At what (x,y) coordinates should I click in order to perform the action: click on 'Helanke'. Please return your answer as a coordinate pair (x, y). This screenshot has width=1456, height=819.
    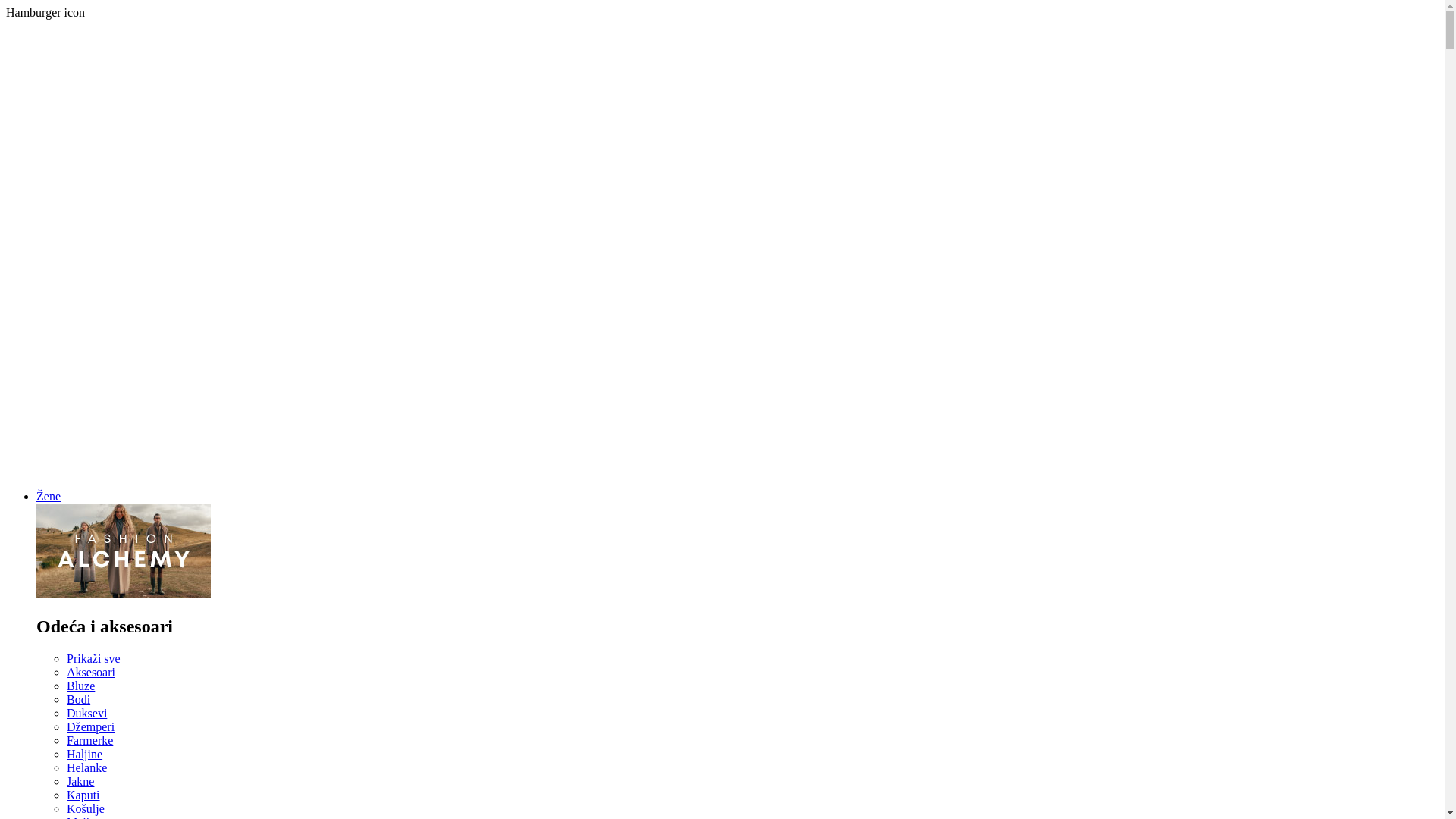
    Looking at the image, I should click on (86, 767).